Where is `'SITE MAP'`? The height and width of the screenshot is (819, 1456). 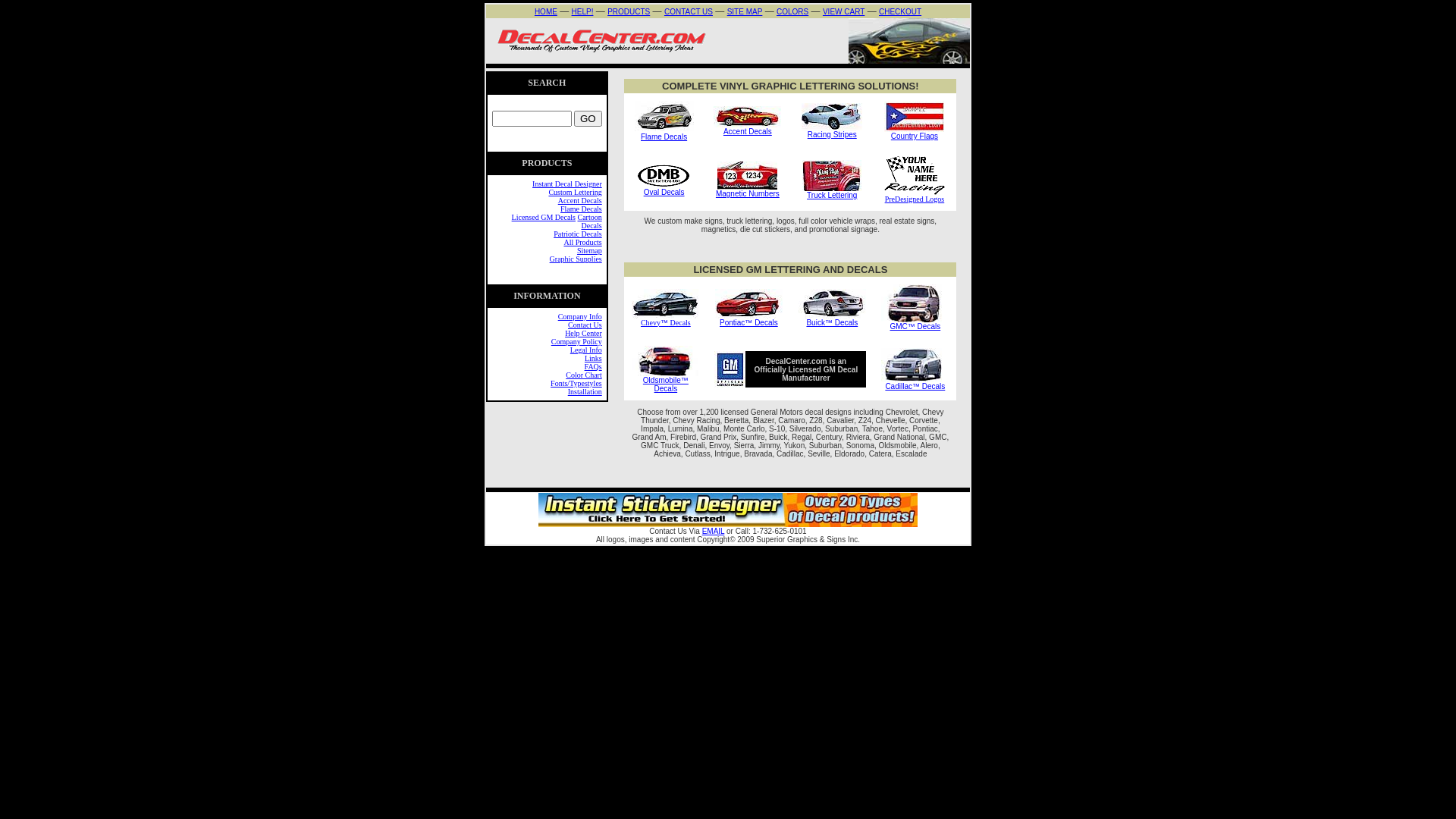 'SITE MAP' is located at coordinates (726, 11).